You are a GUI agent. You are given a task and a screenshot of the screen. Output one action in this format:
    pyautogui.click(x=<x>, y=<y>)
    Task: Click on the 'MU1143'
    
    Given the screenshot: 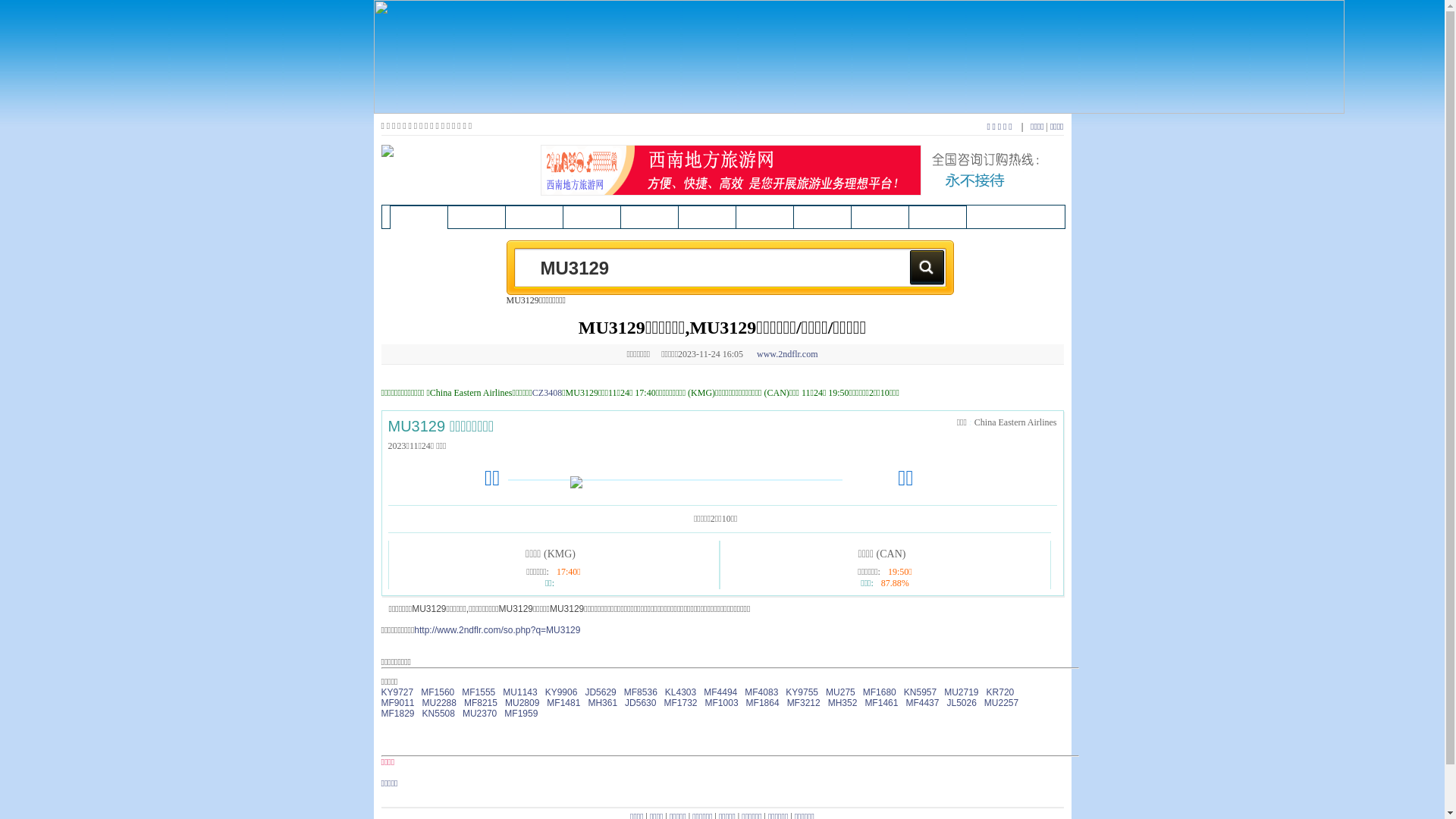 What is the action you would take?
    pyautogui.click(x=519, y=692)
    